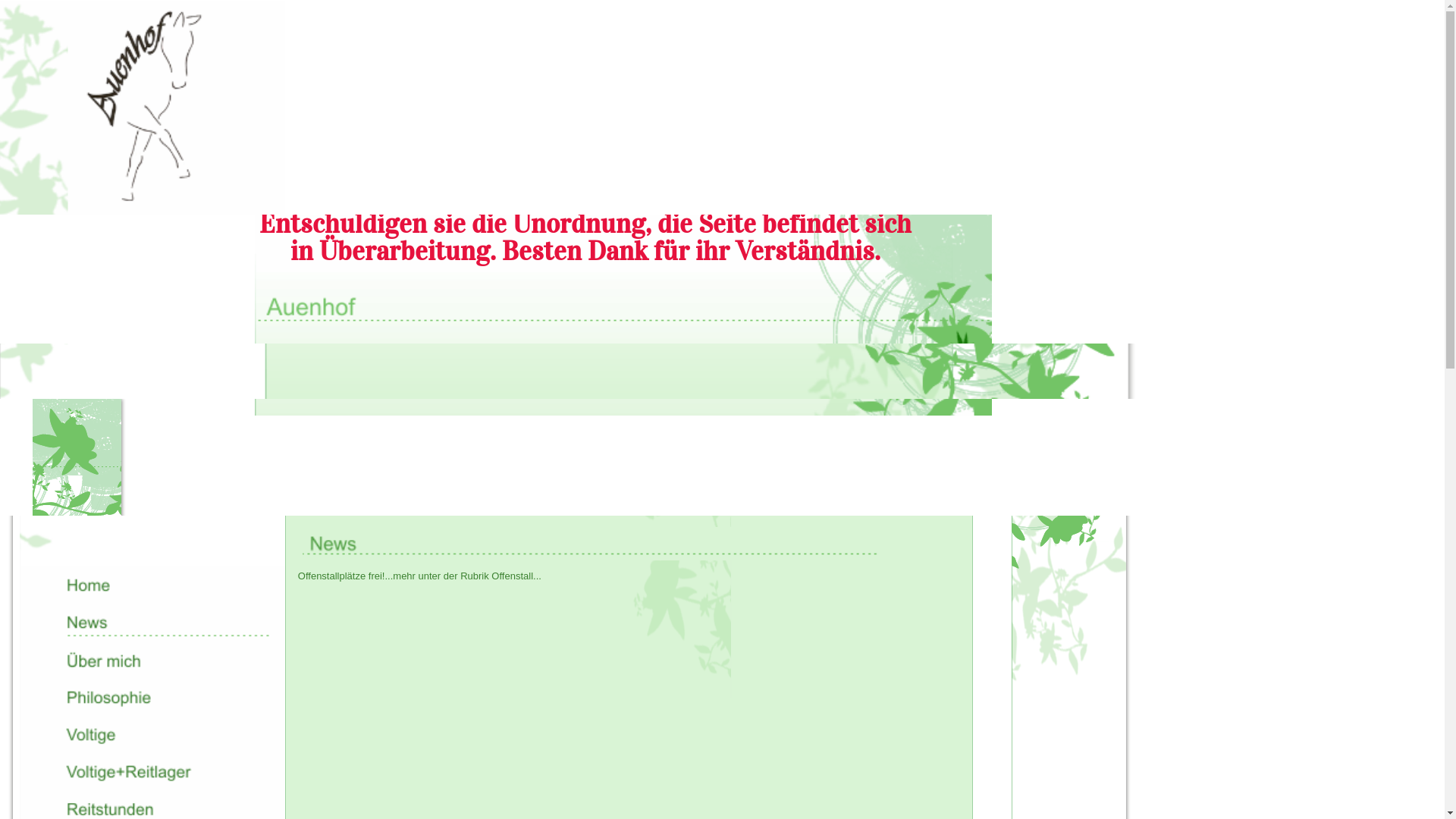 This screenshot has height=819, width=1456. What do you see at coordinates (152, 771) in the screenshot?
I see `'Voltige+Reitlager'` at bounding box center [152, 771].